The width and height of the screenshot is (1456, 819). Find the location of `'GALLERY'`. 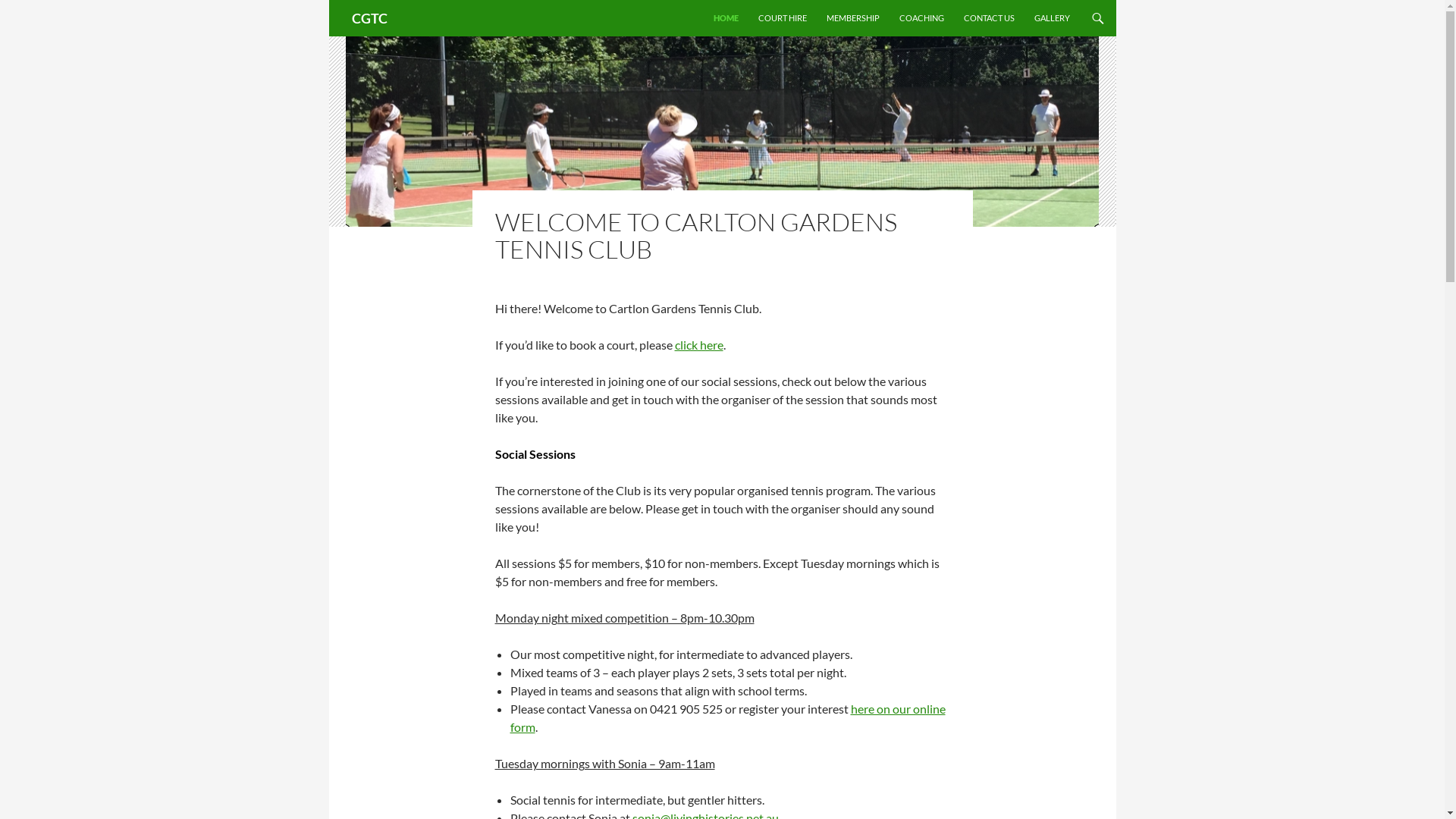

'GALLERY' is located at coordinates (1025, 17).